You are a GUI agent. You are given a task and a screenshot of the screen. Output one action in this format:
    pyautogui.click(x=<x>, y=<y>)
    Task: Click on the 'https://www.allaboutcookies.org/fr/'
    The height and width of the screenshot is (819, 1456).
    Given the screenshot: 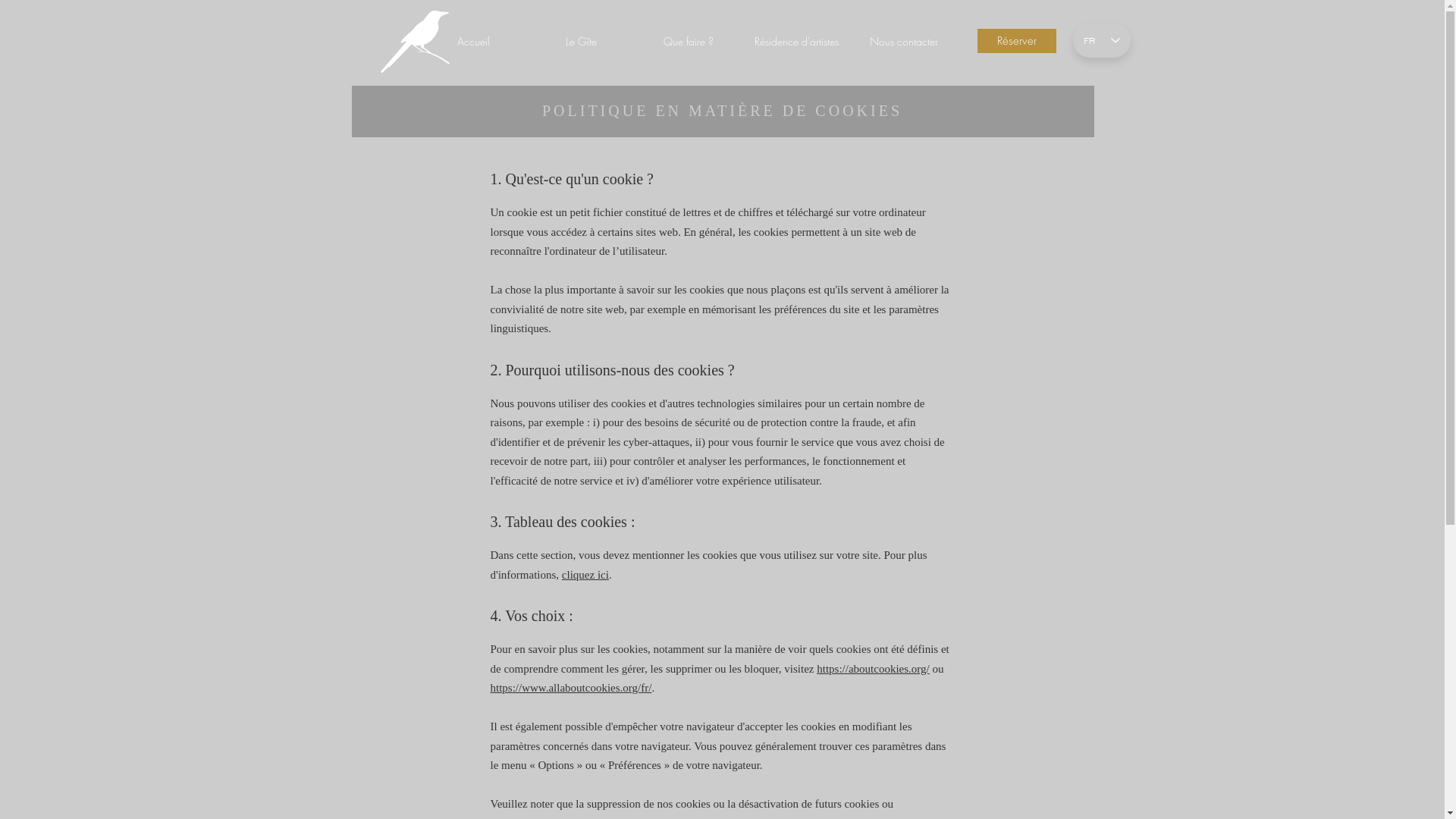 What is the action you would take?
    pyautogui.click(x=490, y=687)
    